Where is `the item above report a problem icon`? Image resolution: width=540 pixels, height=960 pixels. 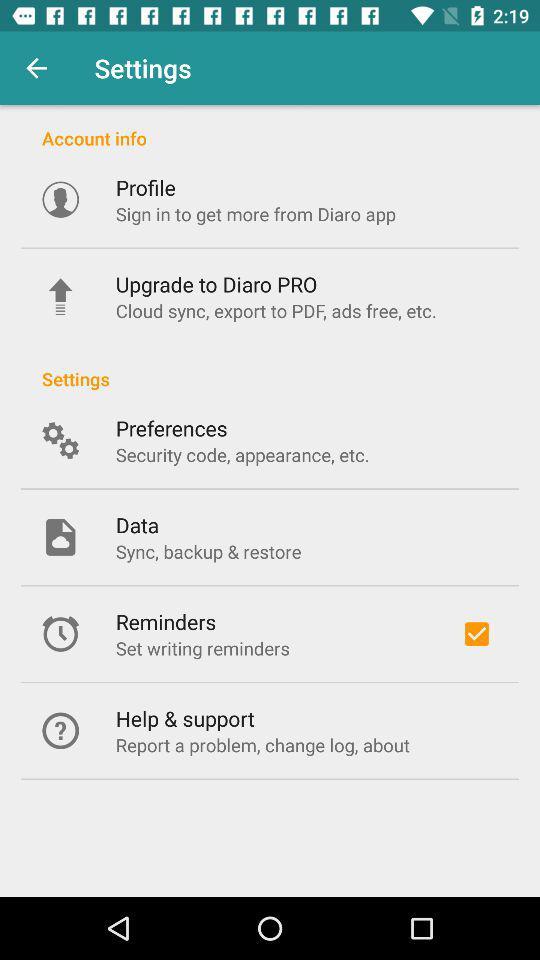
the item above report a problem icon is located at coordinates (185, 718).